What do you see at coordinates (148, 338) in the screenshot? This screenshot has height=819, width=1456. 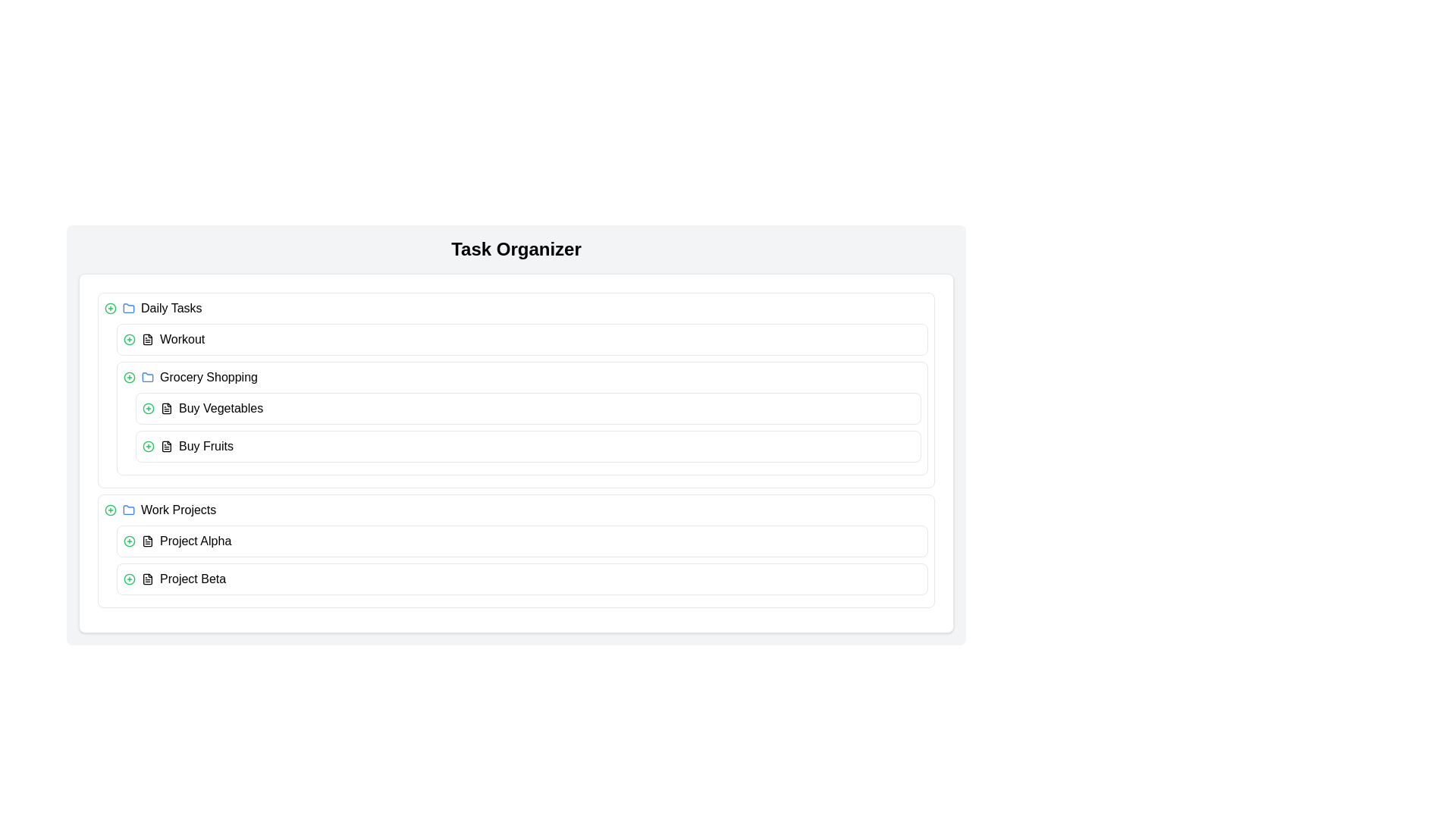 I see `the document icon located at the second position in the 'Workout' item of the 'Daily Tasks' list, which resembles a file outline and is positioned to the left of the 'Workout' label` at bounding box center [148, 338].